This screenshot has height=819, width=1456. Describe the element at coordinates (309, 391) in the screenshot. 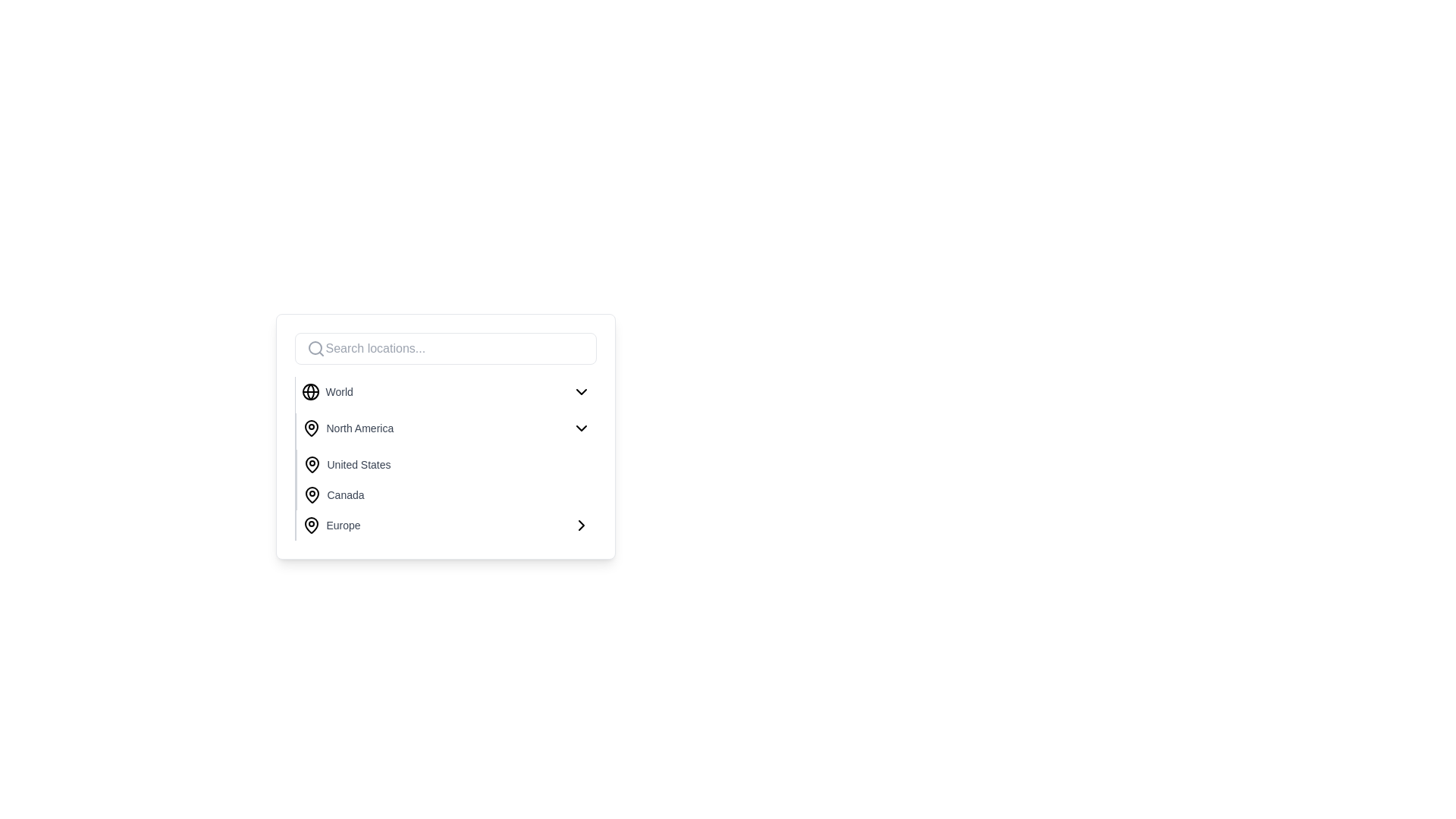

I see `the globe icon in the dropdown menu located to the left of the text 'World'. This icon visually represents a global selection and is part of the interface but does not have direct interactivity` at that location.